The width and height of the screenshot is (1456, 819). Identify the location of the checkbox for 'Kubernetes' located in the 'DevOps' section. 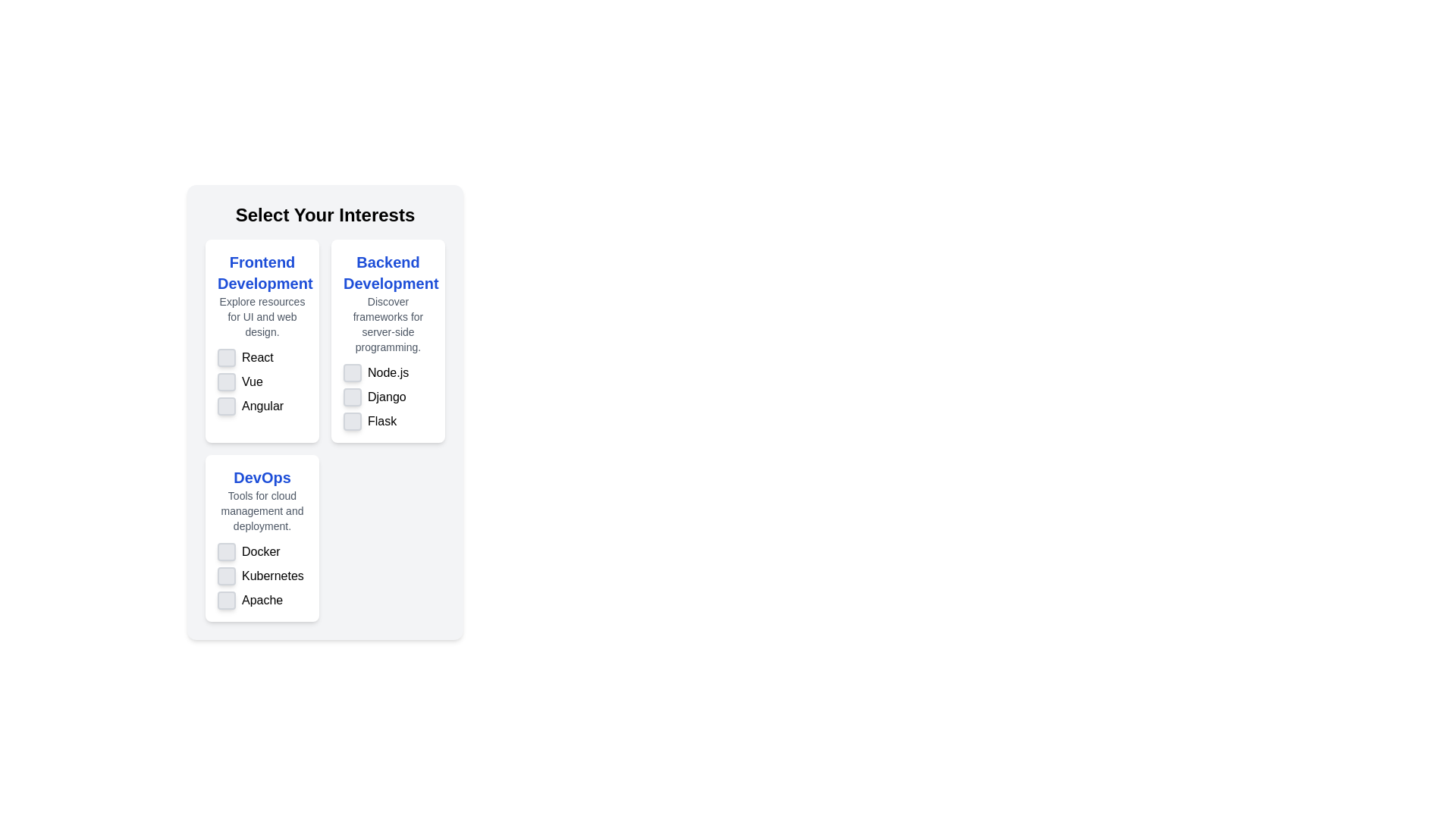
(225, 576).